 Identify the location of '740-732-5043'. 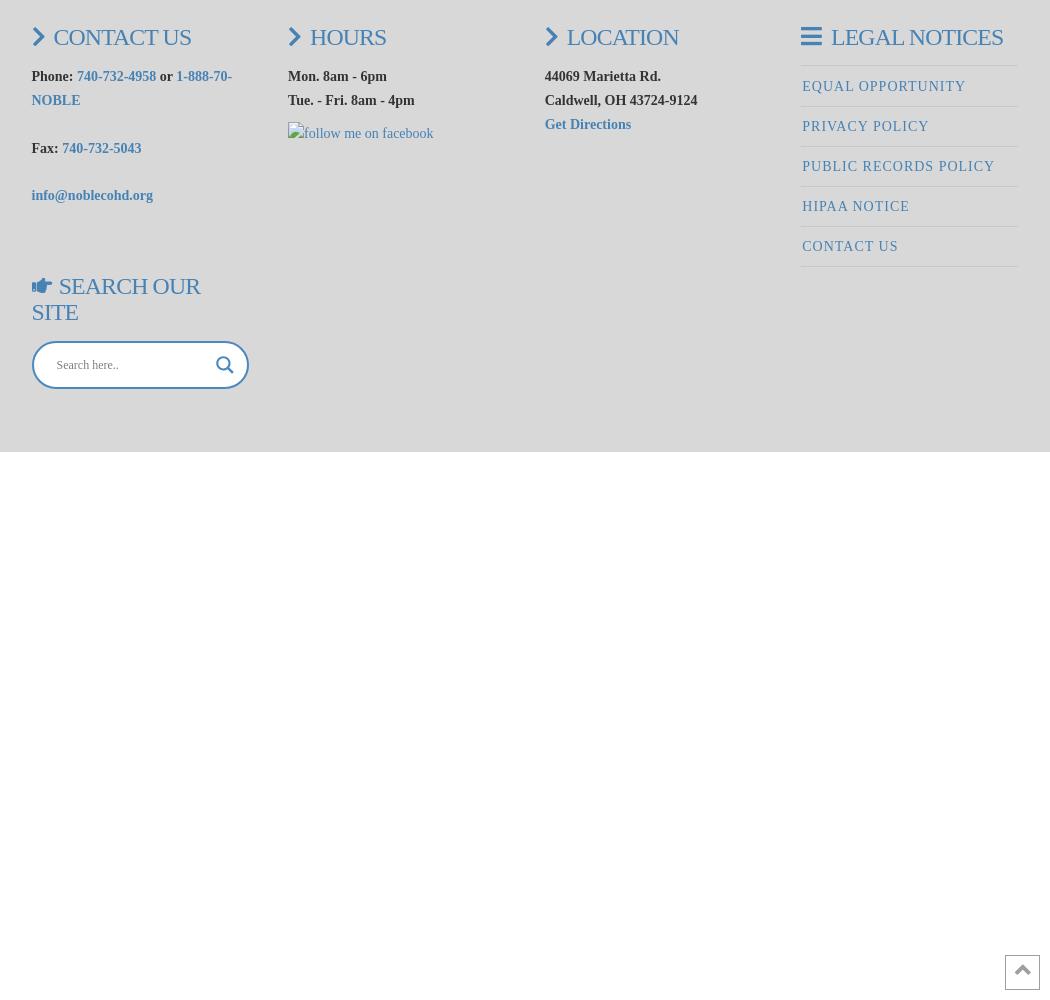
(101, 147).